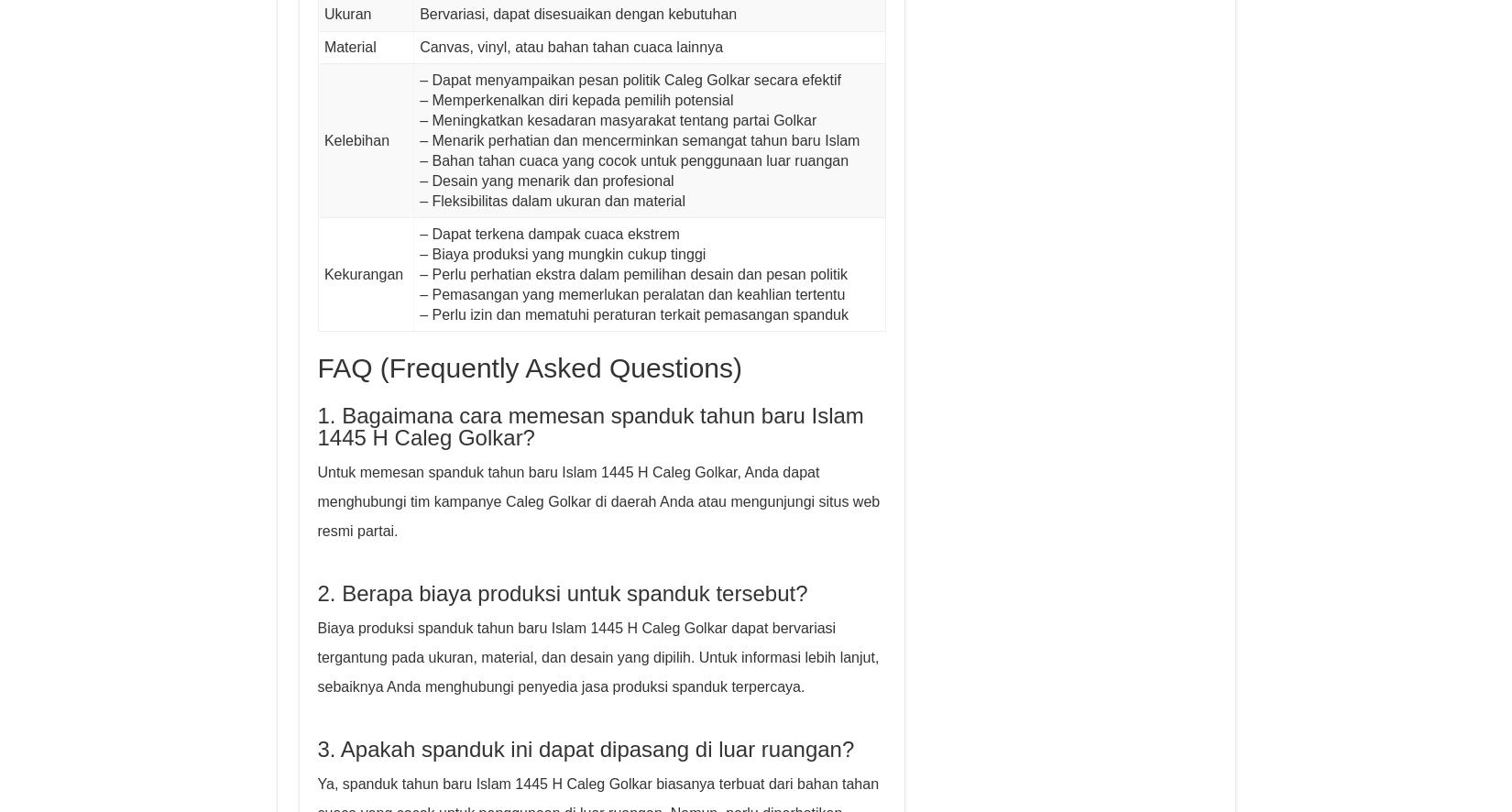 This screenshot has height=812, width=1512. Describe the element at coordinates (588, 426) in the screenshot. I see `'1. Bagaimana cara memesan spanduk tahun baru Islam 1445 H Caleg Golkar?'` at that location.